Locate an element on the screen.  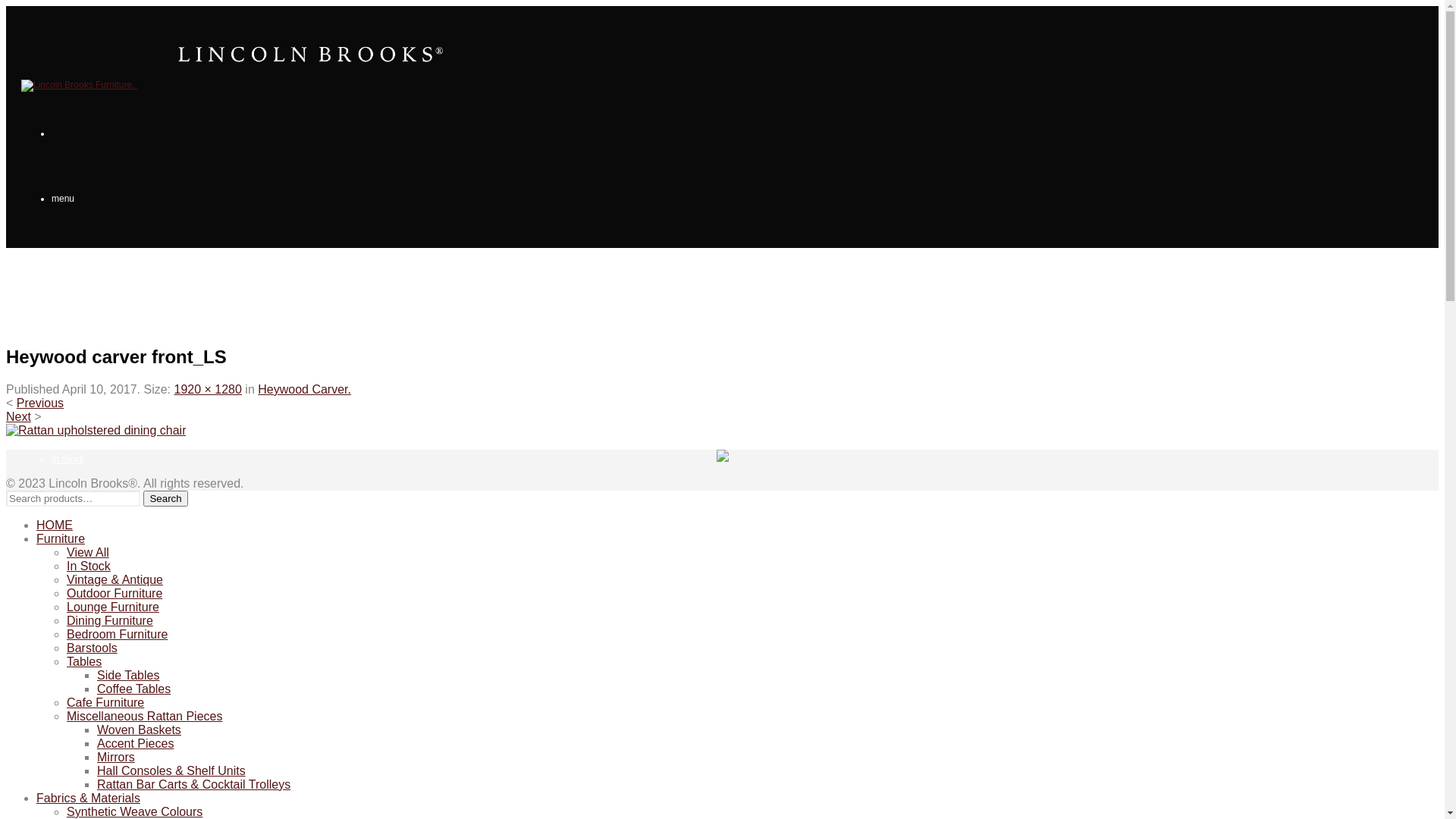
'Hall Consoles & Shelf Units' is located at coordinates (171, 770).